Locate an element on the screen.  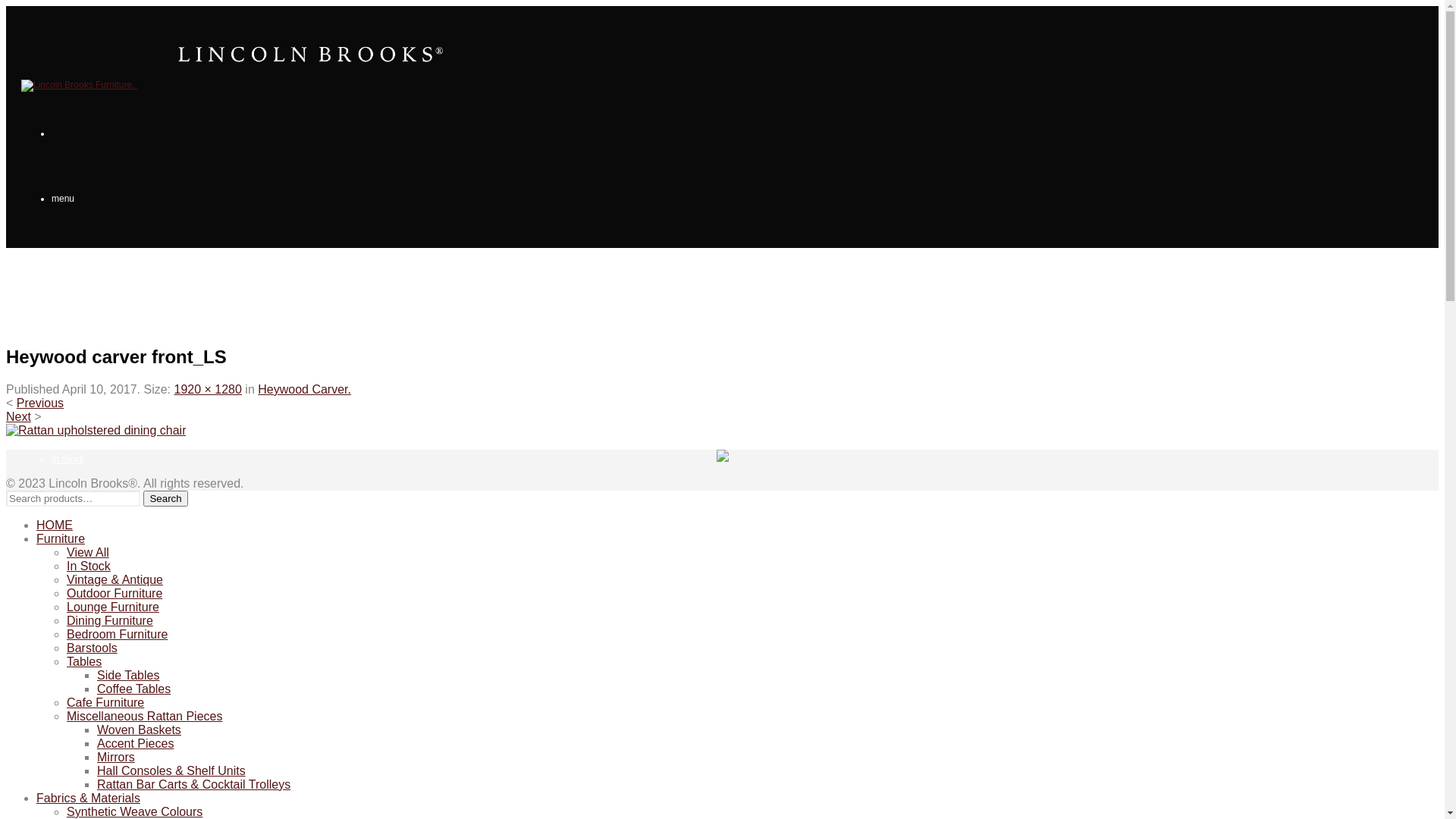
'Hall Consoles & Shelf Units' is located at coordinates (171, 770).